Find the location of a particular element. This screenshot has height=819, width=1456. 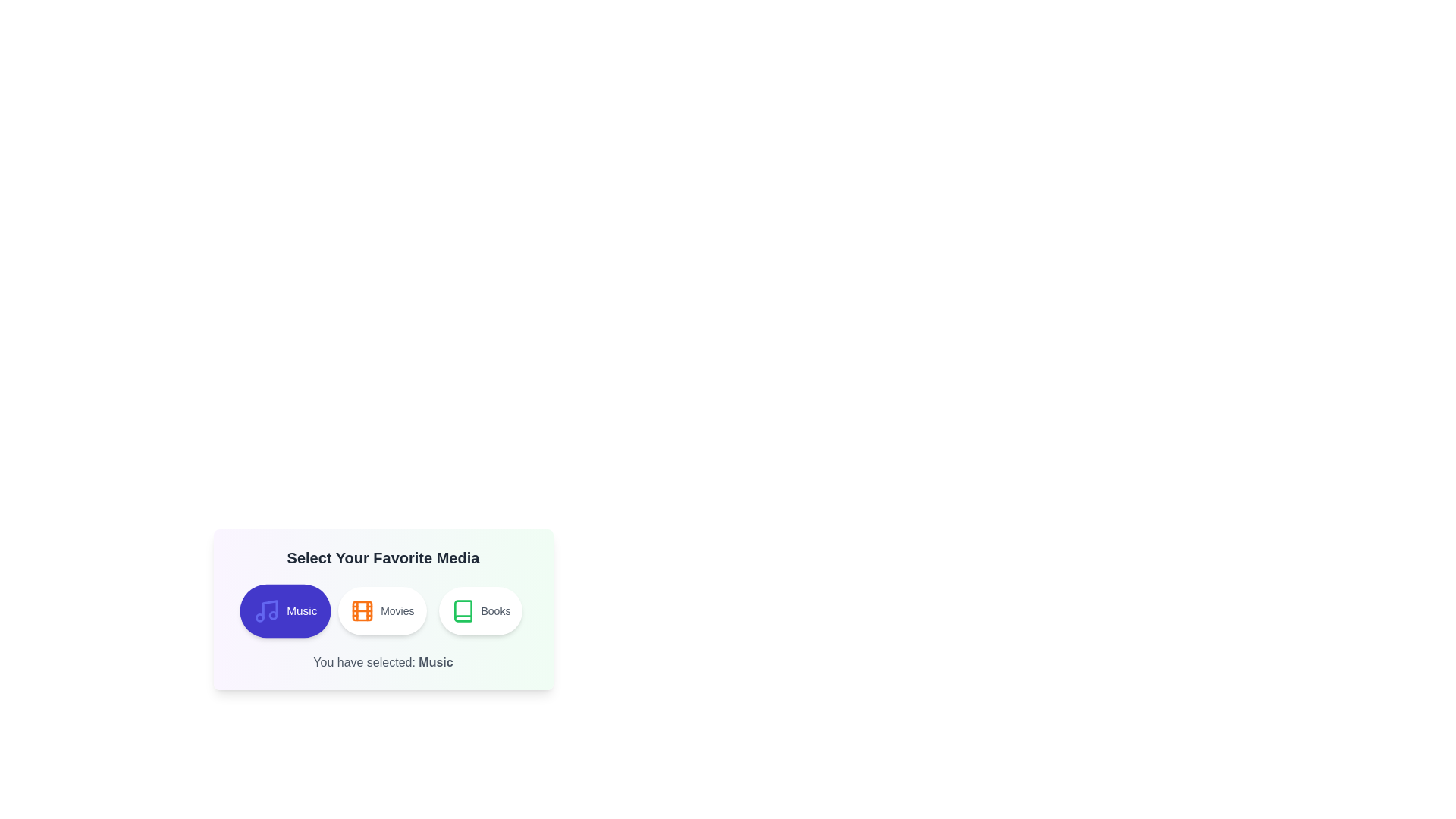

the button corresponding to the media type Music to select it is located at coordinates (284, 610).